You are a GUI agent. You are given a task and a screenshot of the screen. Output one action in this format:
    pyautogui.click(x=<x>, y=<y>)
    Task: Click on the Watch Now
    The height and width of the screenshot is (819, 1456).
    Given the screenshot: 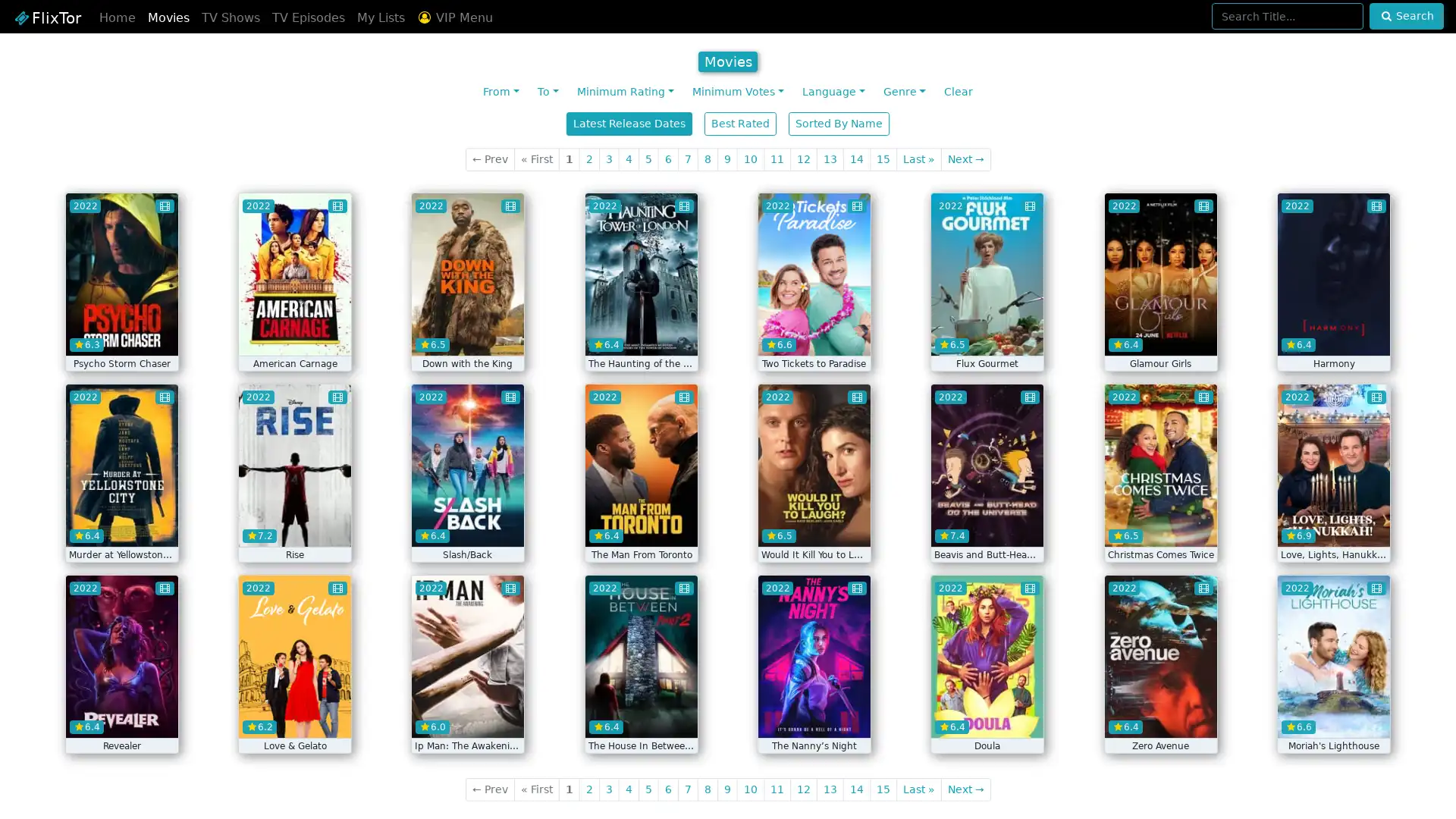 What is the action you would take?
    pyautogui.click(x=987, y=716)
    